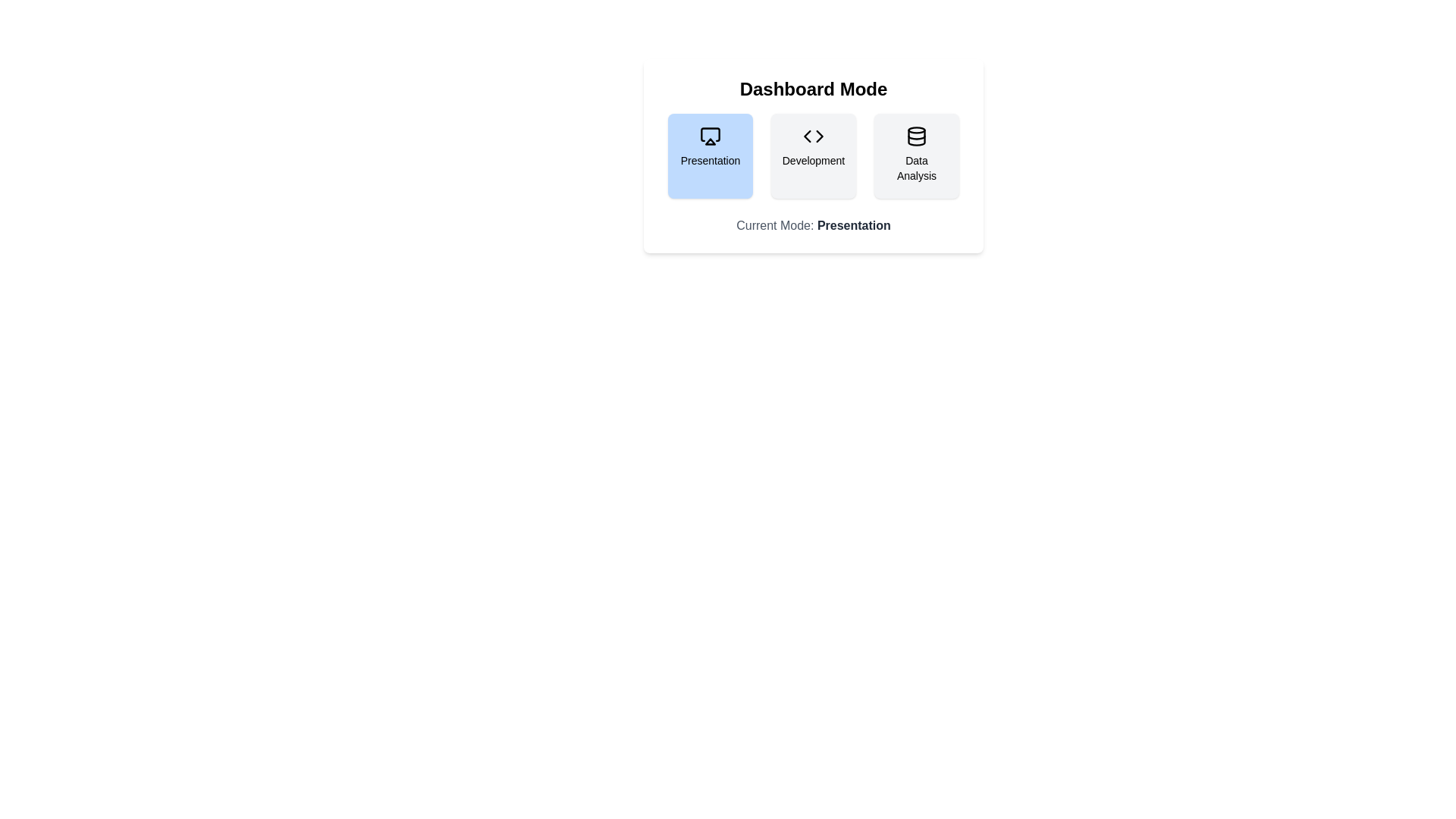  What do you see at coordinates (813, 155) in the screenshot?
I see `the mode Development by clicking on its respective button` at bounding box center [813, 155].